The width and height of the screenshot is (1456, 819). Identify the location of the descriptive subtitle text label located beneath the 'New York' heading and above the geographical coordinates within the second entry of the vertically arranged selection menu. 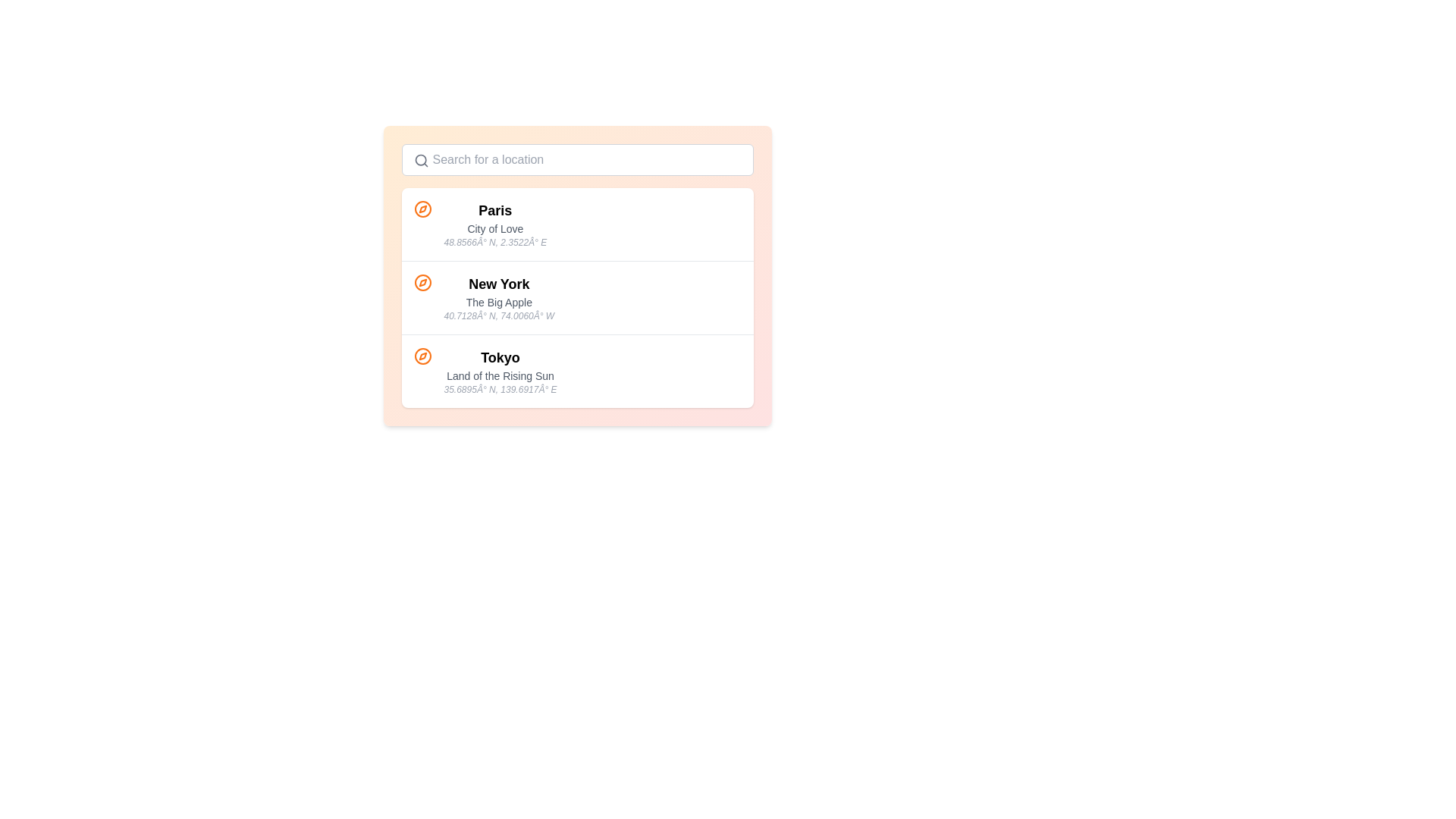
(499, 302).